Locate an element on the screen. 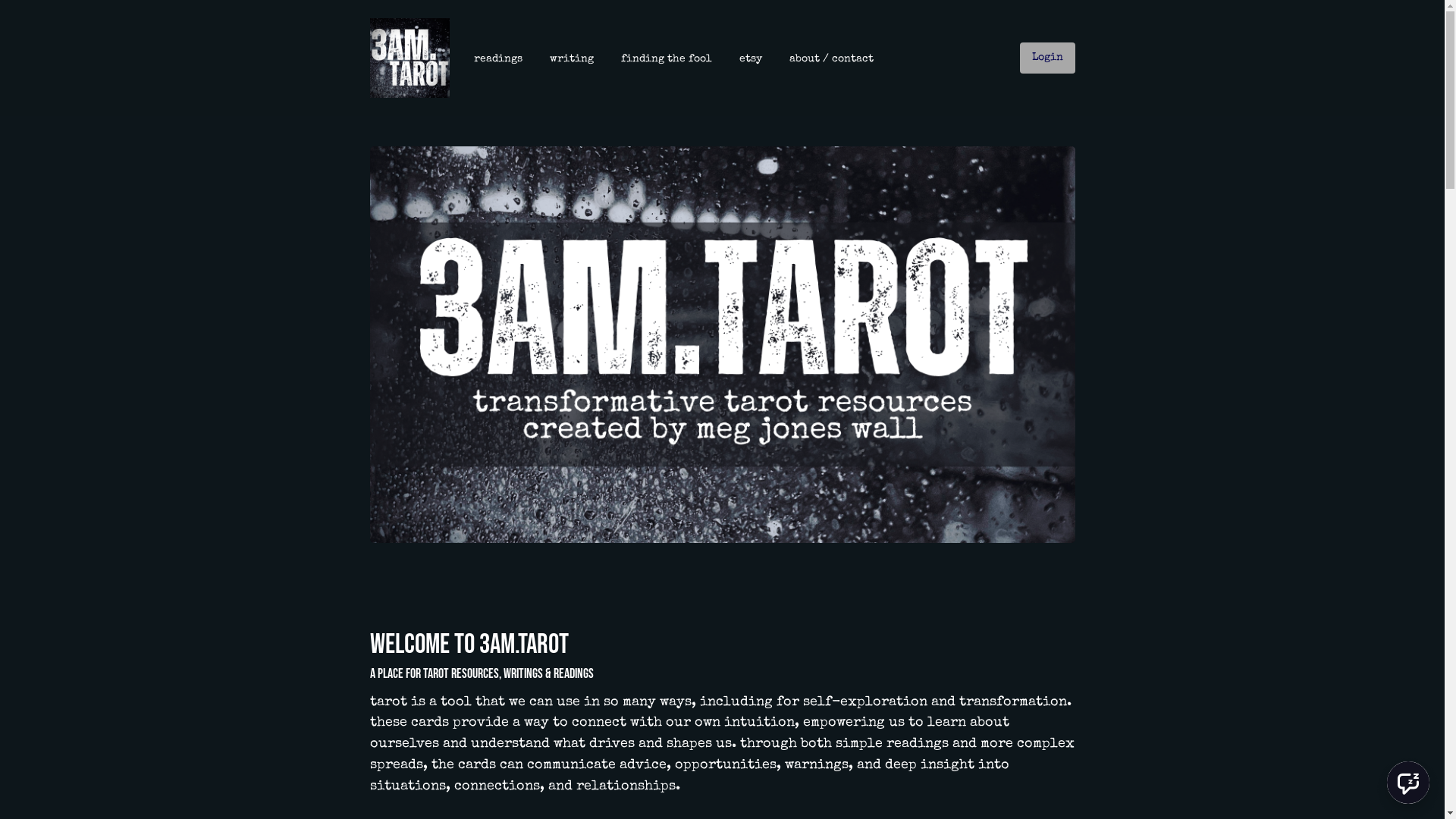 Image resolution: width=1456 pixels, height=819 pixels. 'writing' is located at coordinates (570, 58).